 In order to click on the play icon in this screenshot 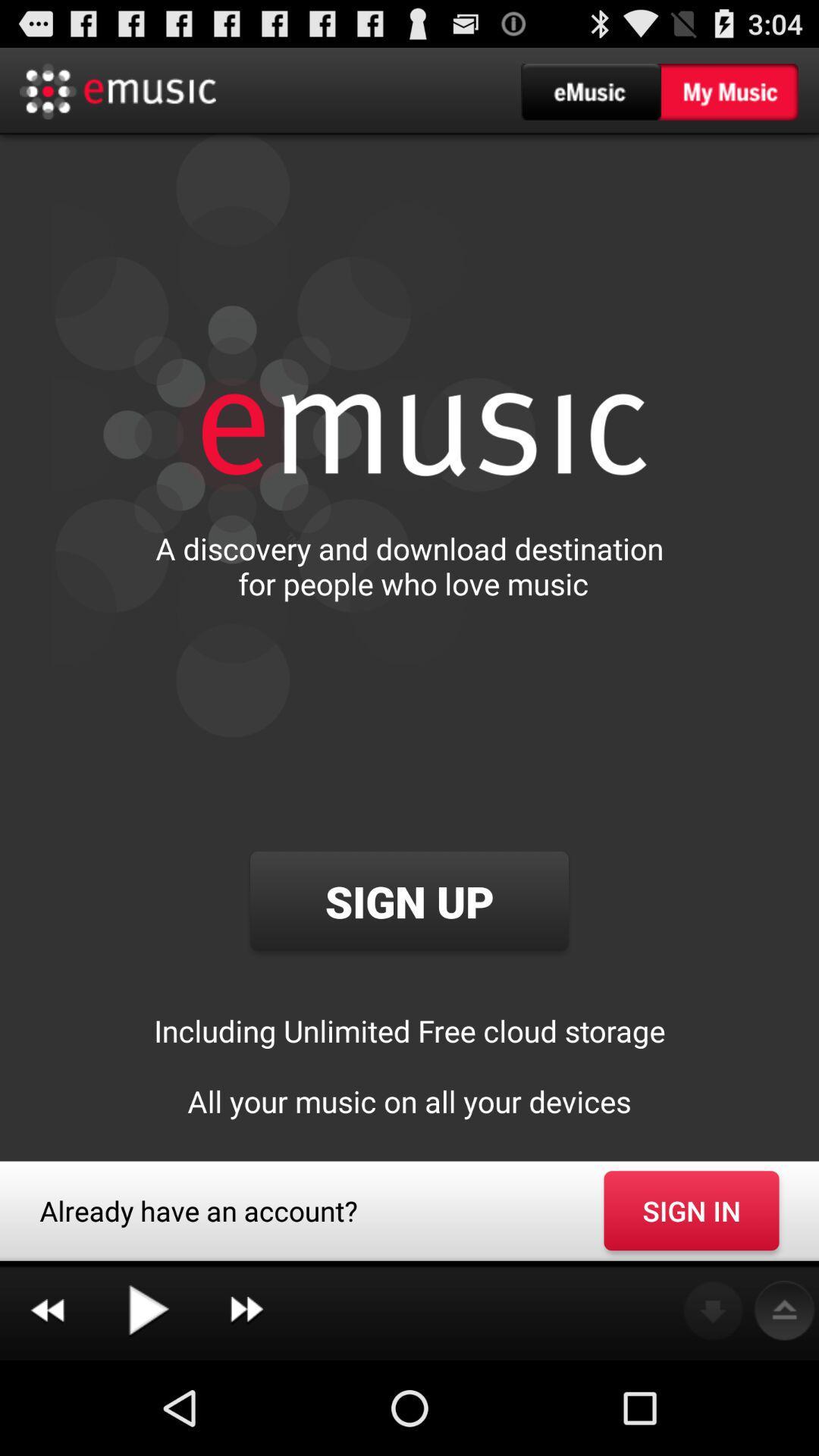, I will do `click(147, 1402)`.